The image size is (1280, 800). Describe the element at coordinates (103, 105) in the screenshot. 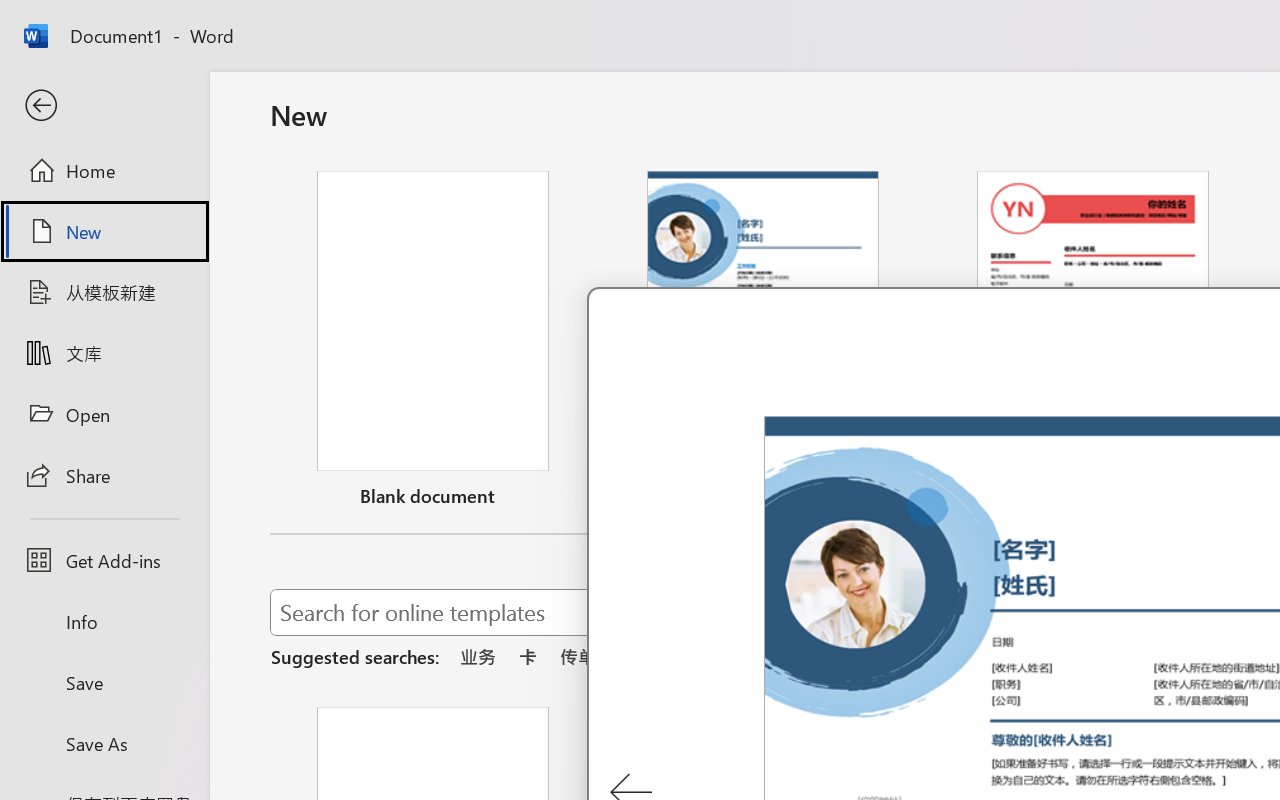

I see `'Back'` at that location.